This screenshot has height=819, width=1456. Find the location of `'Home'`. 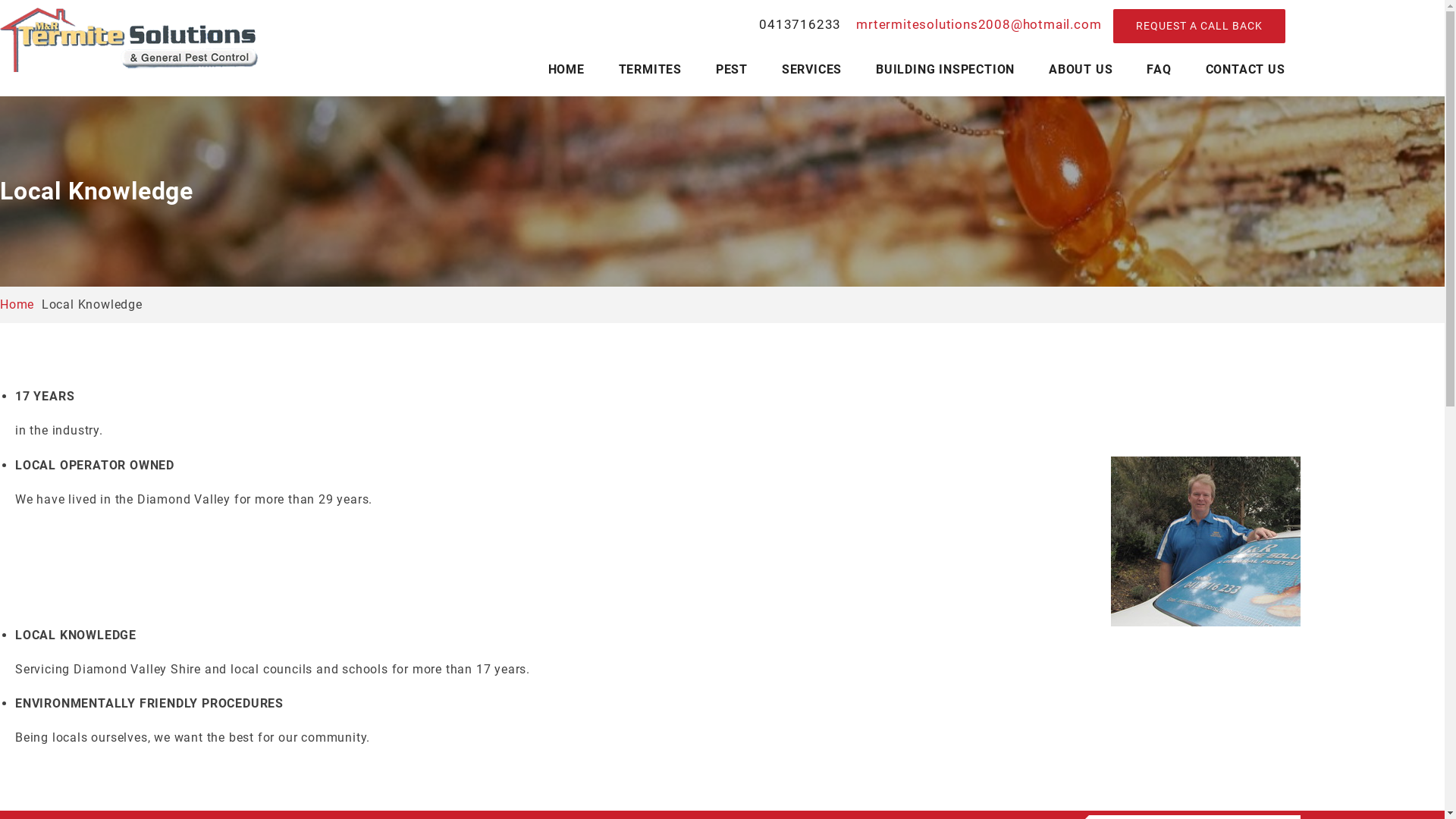

'Home' is located at coordinates (17, 304).